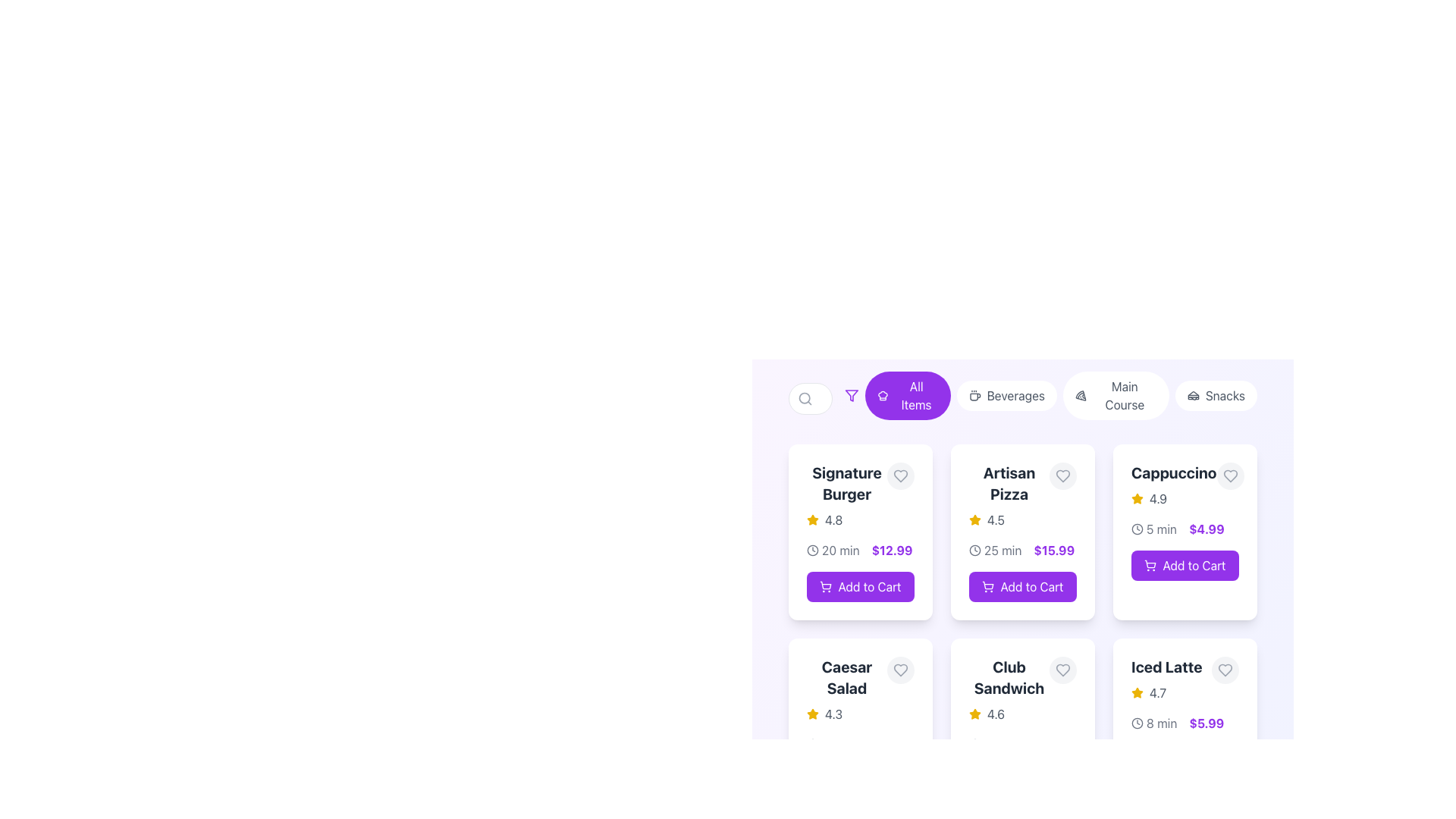 The image size is (1456, 819). Describe the element at coordinates (811, 550) in the screenshot. I see `the SVG Circle element styled as a clock, located in the top-right area of the interface, which is part of a larger SVG icon representing a clock` at that location.